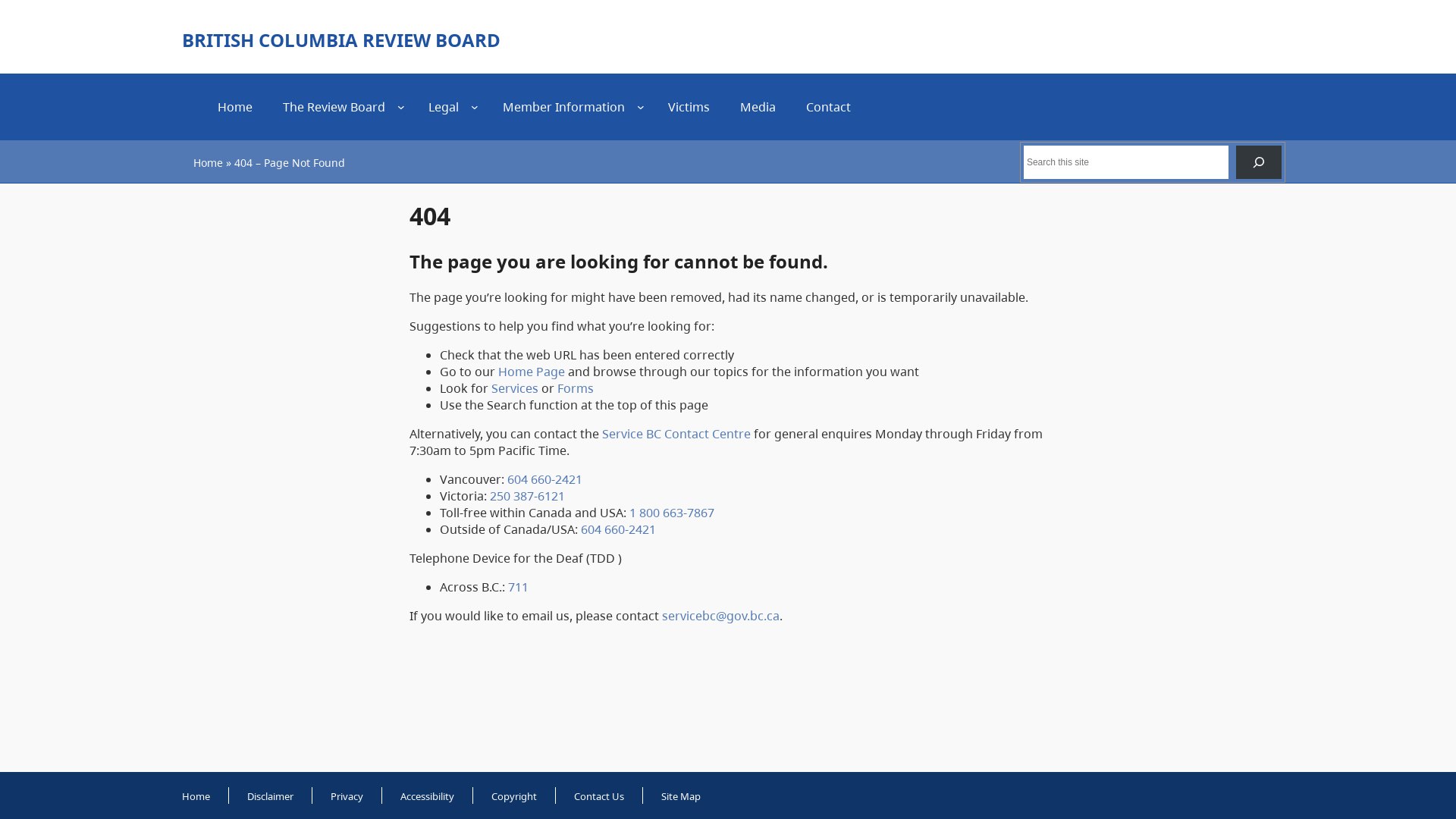 This screenshot has height=819, width=1456. What do you see at coordinates (233, 106) in the screenshot?
I see `'Home'` at bounding box center [233, 106].